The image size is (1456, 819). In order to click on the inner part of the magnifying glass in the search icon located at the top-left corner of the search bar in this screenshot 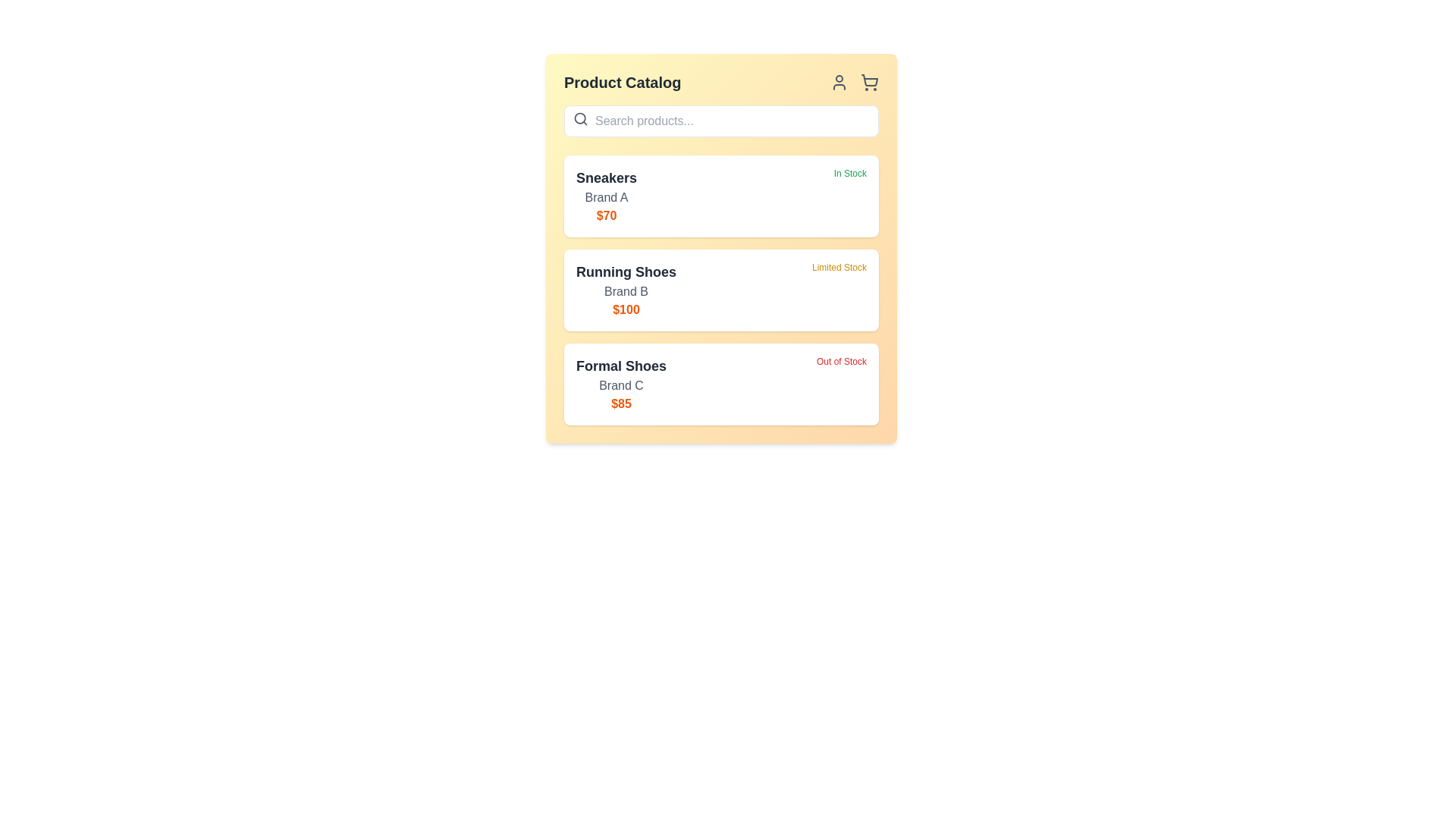, I will do `click(579, 118)`.